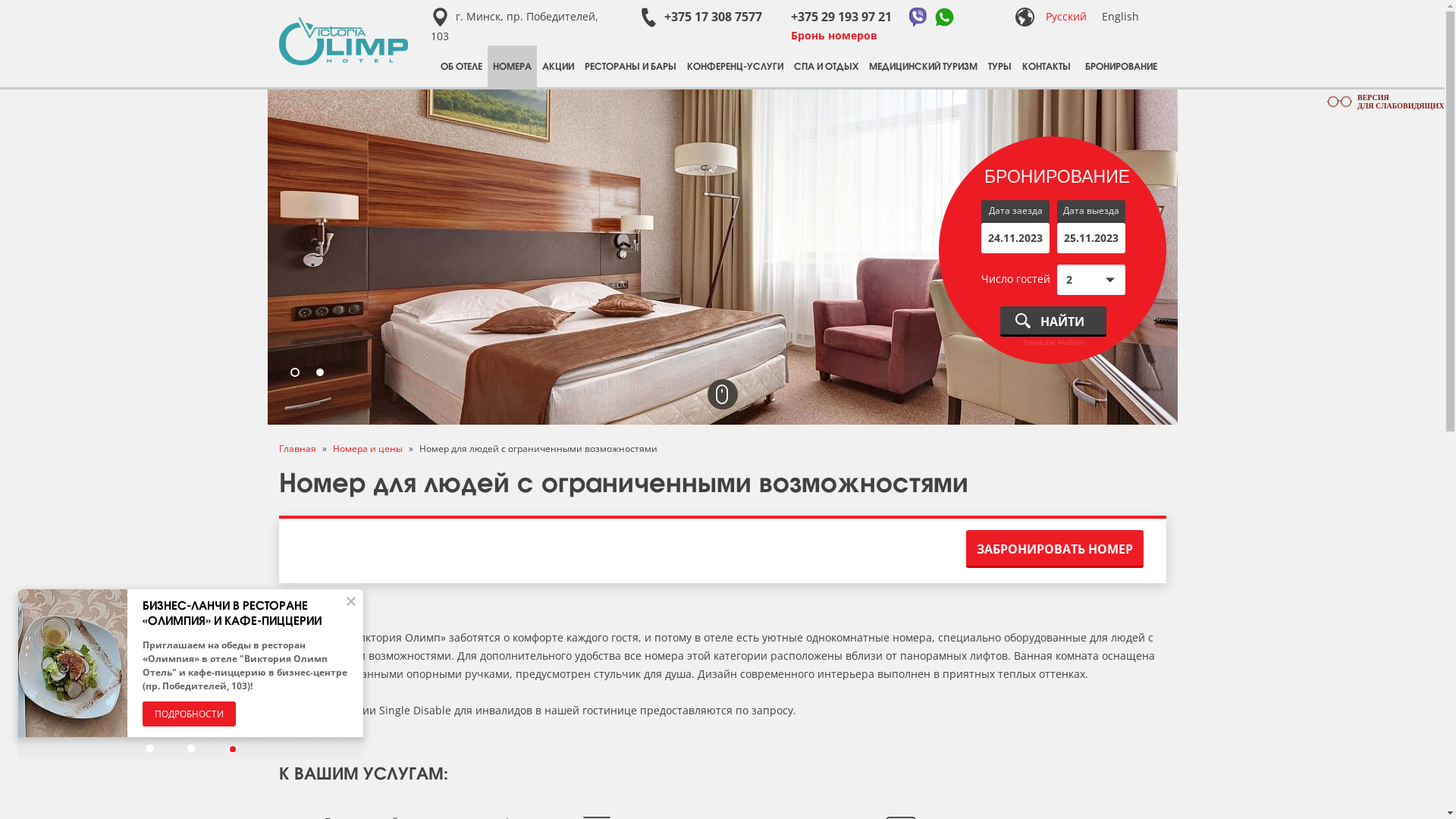  Describe the element at coordinates (1119, 16) in the screenshot. I see `'English'` at that location.